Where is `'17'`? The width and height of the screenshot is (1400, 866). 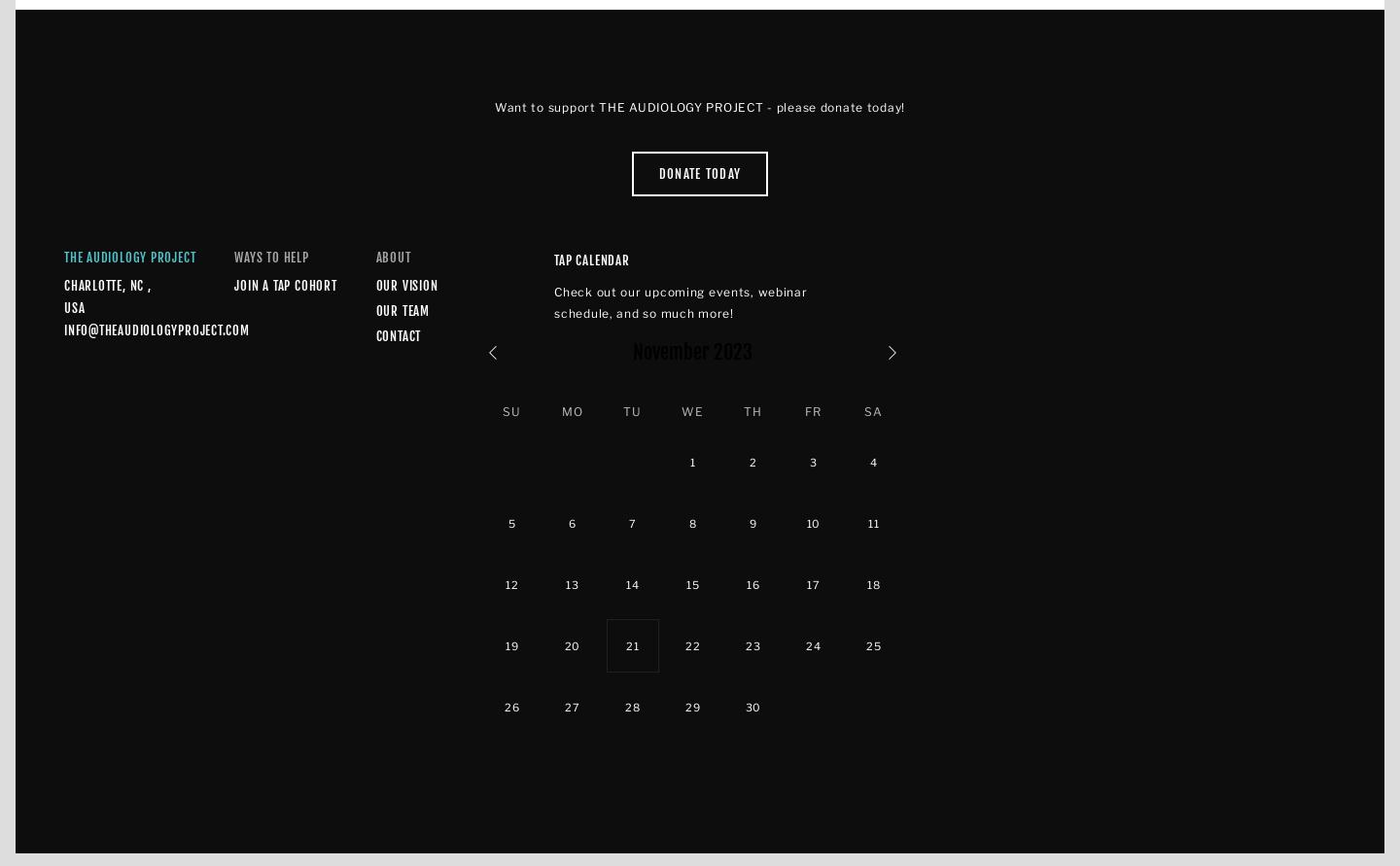
'17' is located at coordinates (813, 583).